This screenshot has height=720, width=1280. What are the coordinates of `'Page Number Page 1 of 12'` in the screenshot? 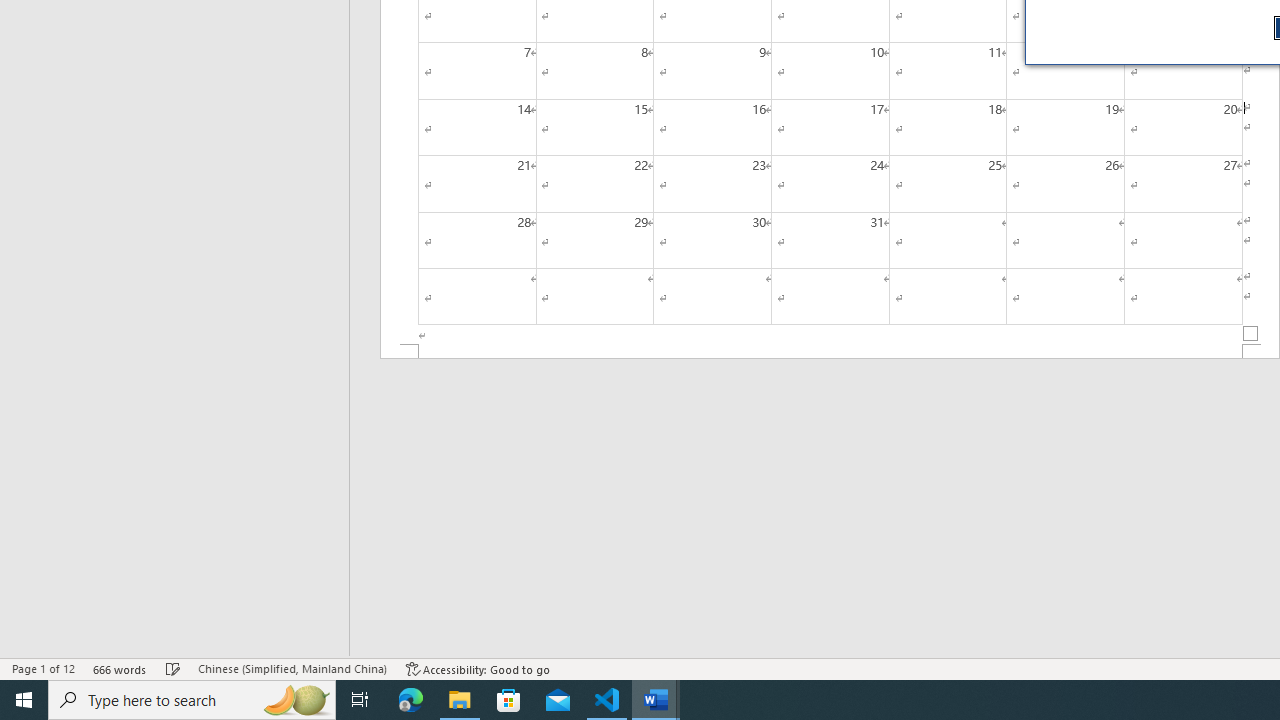 It's located at (43, 669).